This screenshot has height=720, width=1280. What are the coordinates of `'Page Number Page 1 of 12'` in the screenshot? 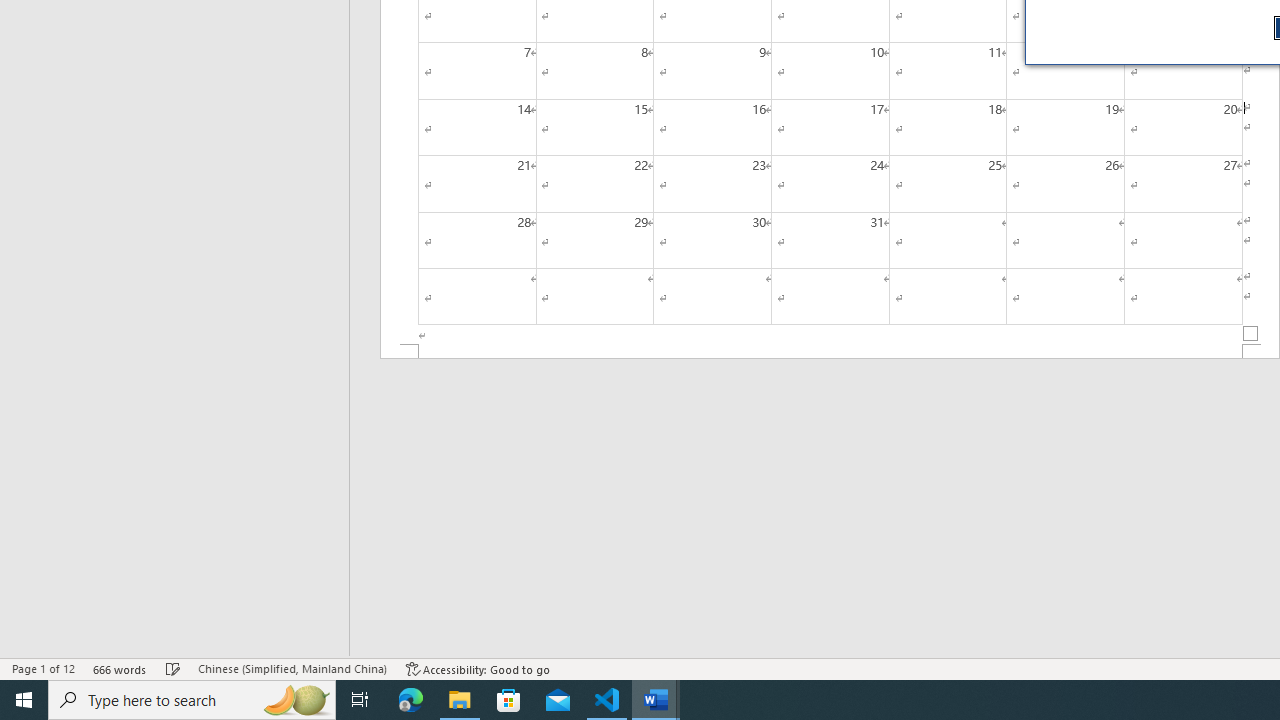 It's located at (43, 669).